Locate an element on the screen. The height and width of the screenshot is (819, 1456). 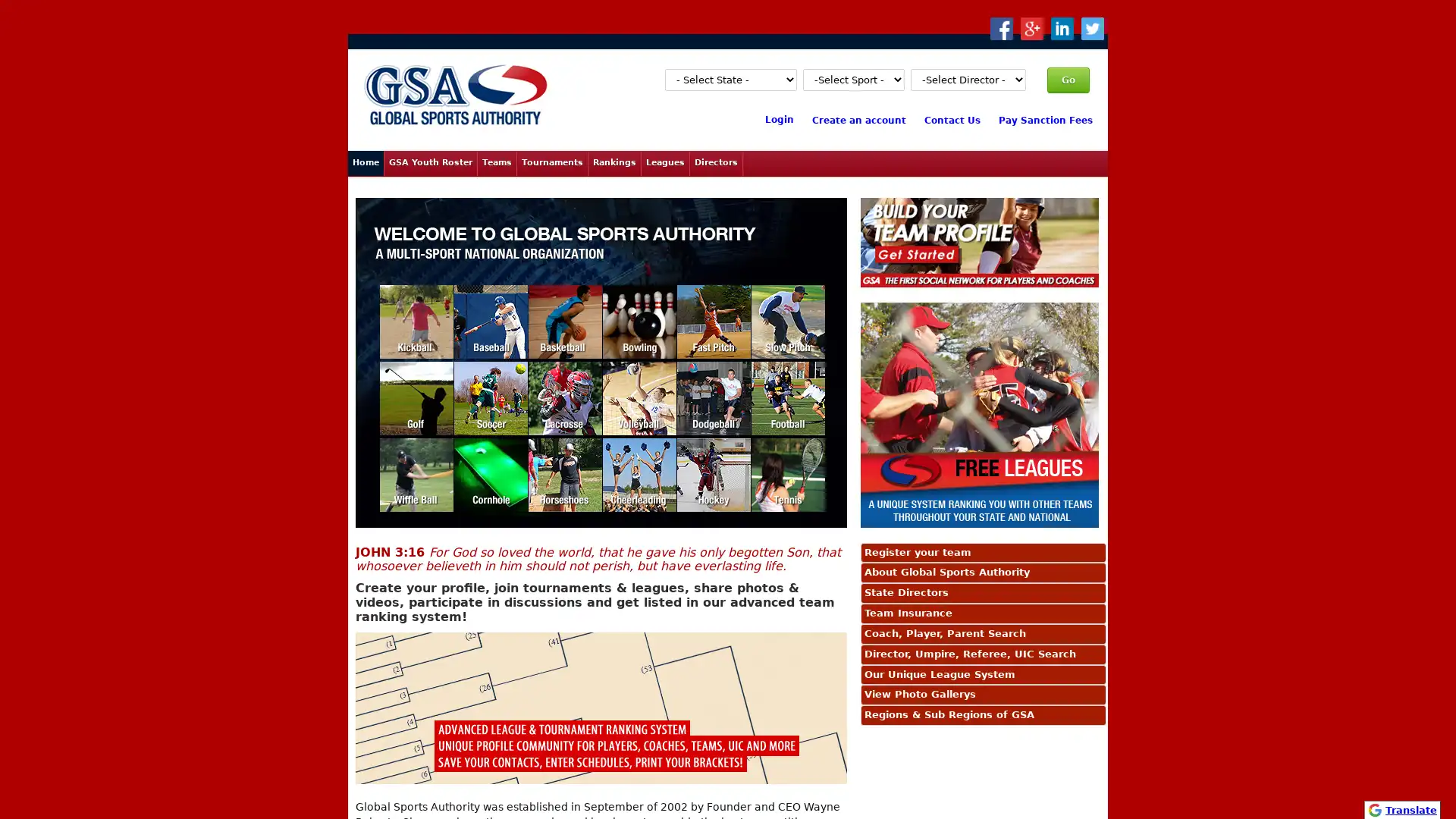
Go is located at coordinates (1068, 79).